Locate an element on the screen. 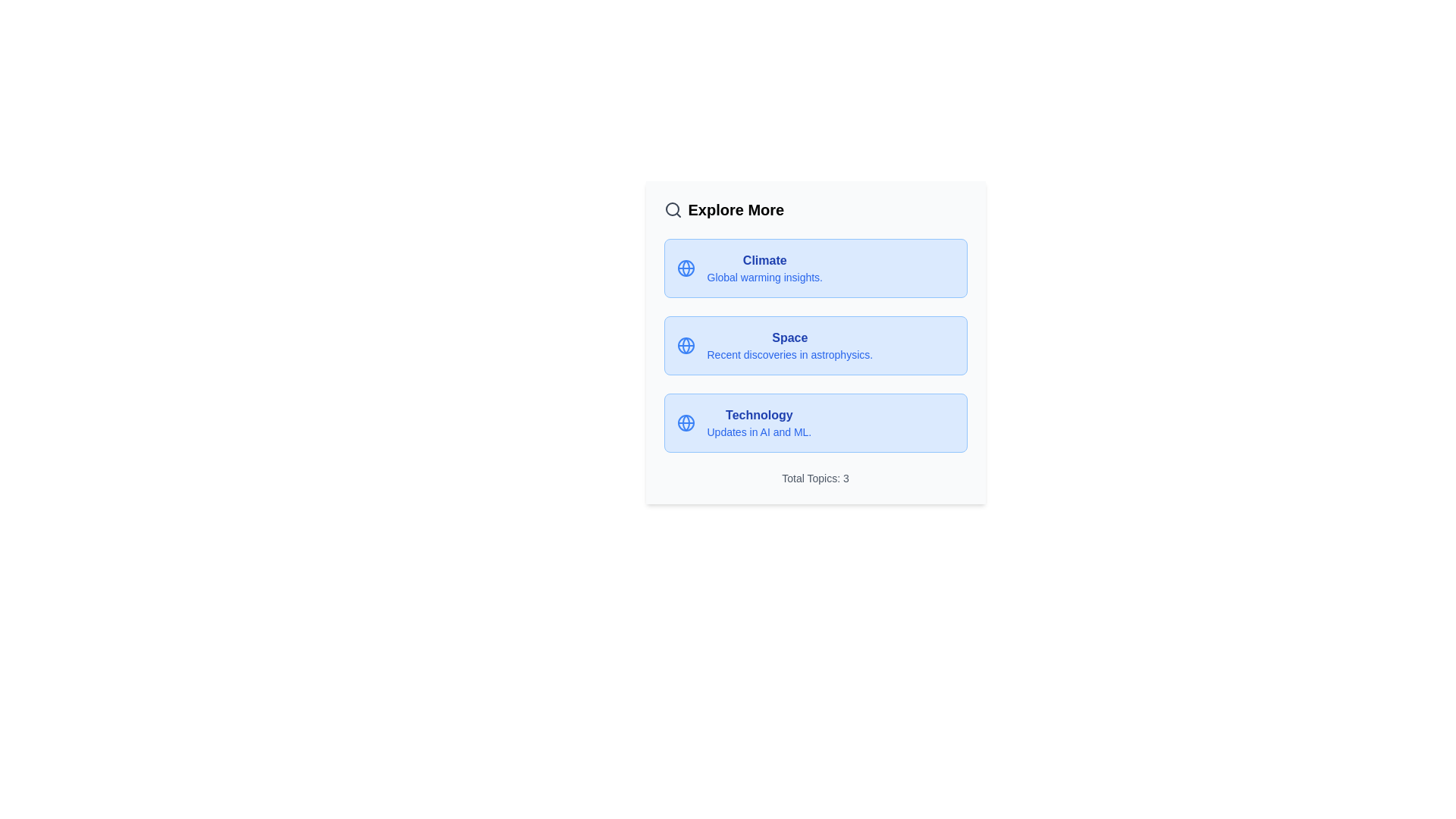  the info chip for the topic Climate is located at coordinates (814, 268).